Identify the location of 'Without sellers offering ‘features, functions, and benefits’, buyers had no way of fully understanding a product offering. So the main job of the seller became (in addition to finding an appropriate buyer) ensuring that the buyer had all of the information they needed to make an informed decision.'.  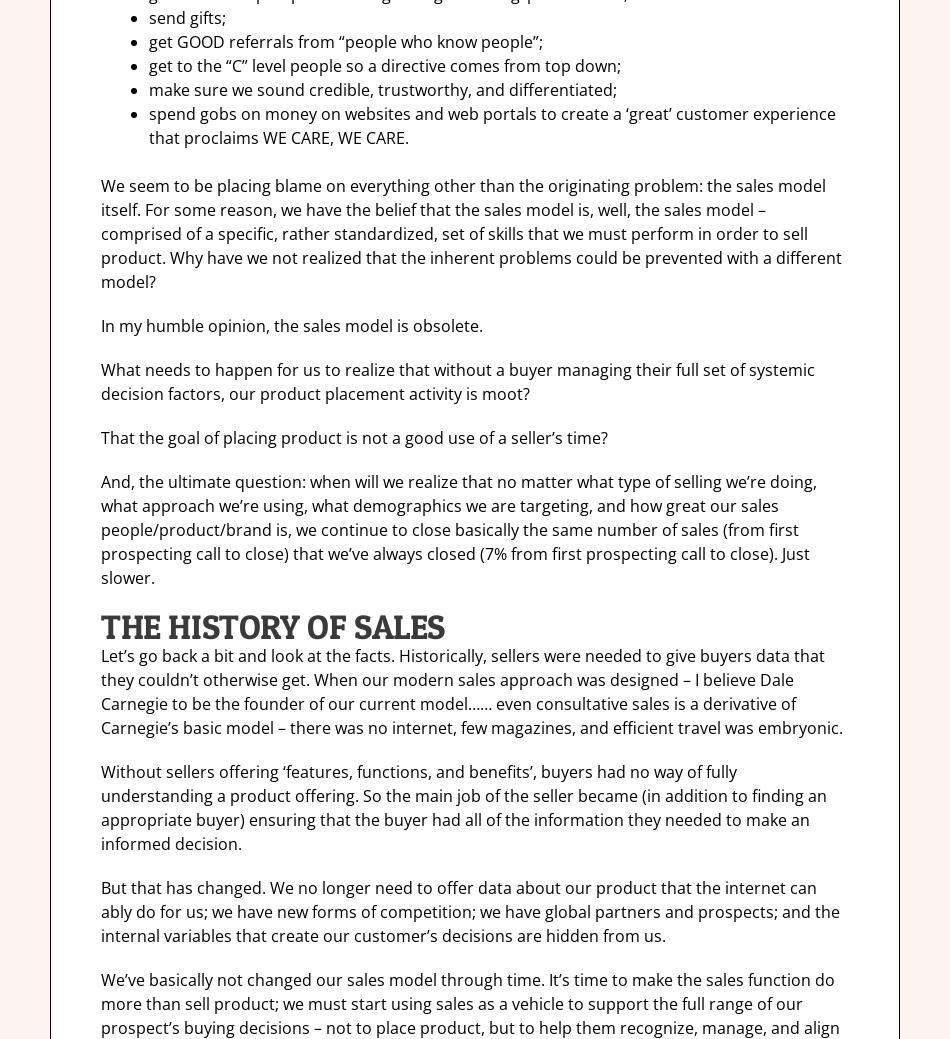
(462, 807).